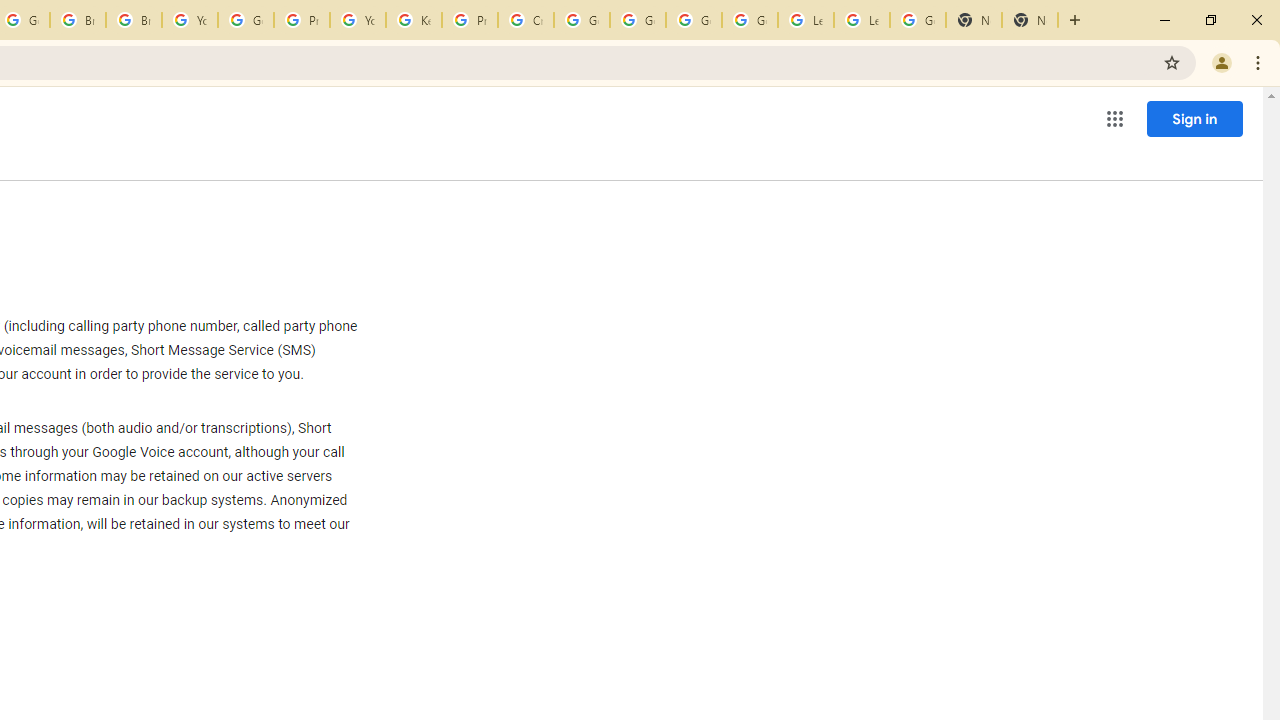 The height and width of the screenshot is (720, 1280). I want to click on 'Create your Google Account', so click(526, 20).